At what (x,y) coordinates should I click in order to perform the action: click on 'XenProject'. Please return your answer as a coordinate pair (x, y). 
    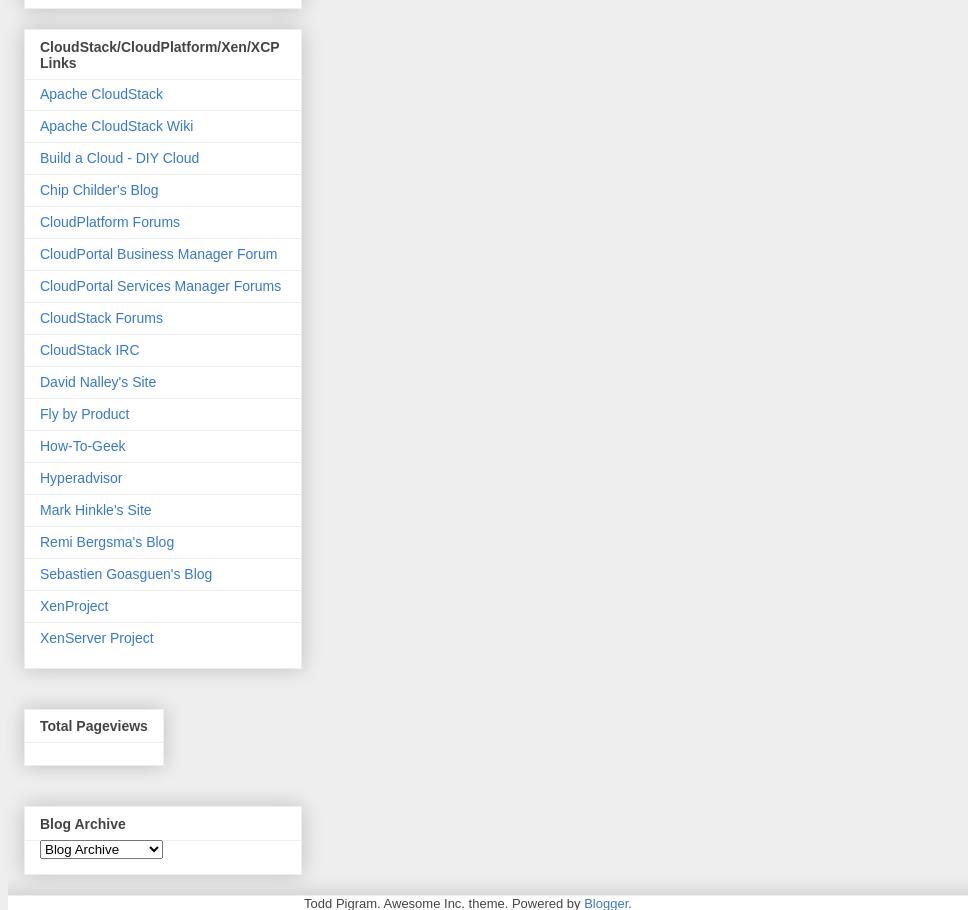
    Looking at the image, I should click on (39, 603).